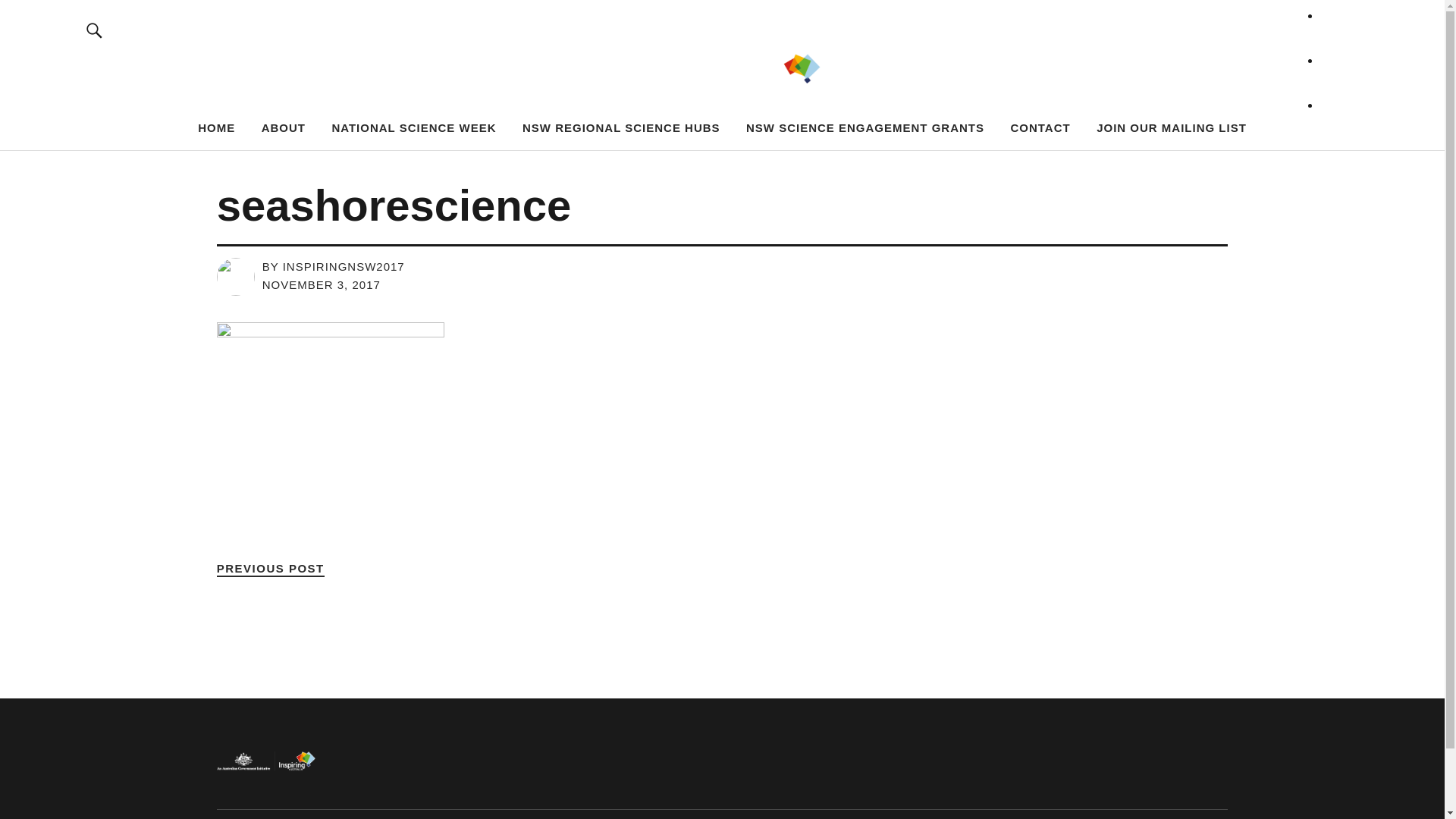  Describe the element at coordinates (196, 127) in the screenshot. I see `'HOME'` at that location.